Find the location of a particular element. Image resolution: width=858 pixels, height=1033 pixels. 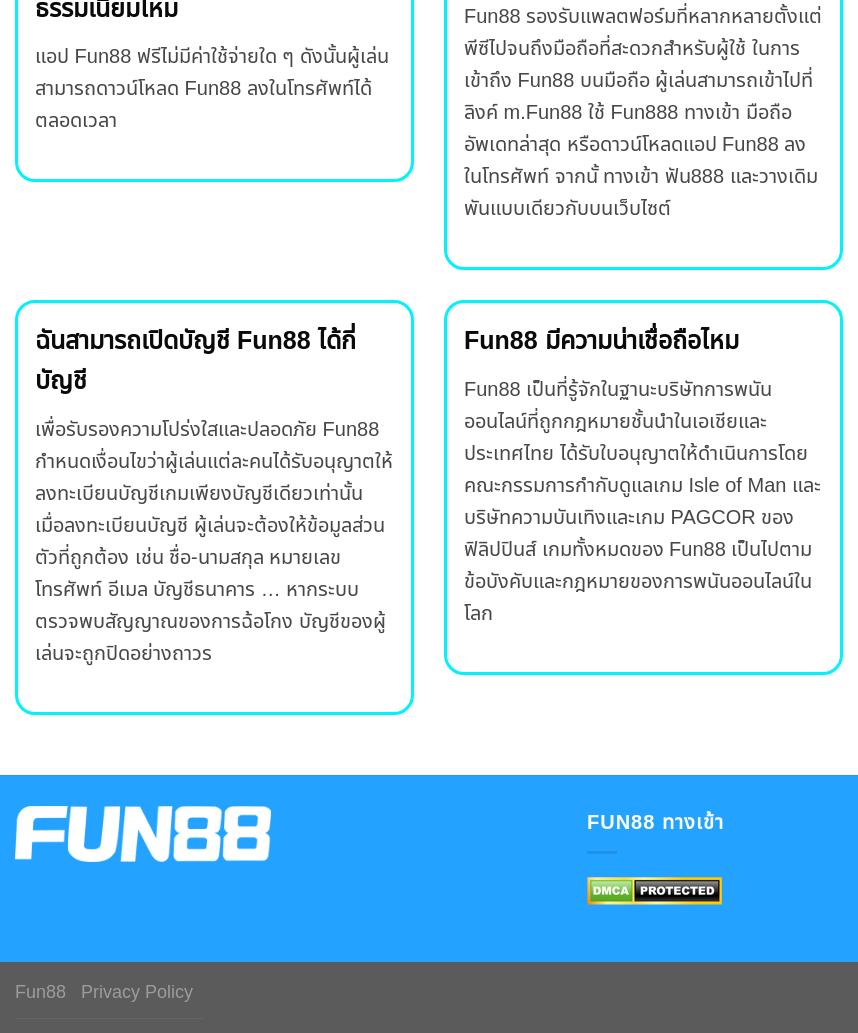

'เพื่อรับรองความโปร่งใสและปลอดภัย Fun88 กำหนดเงื่อนไขว่าผู้เล่นแต่ละคนได้รับอนุญาตให้ลงทะเบียนบัญชีเกมเพียงบัญชีเดียวเท่านั้น เมื่อลงทะเบียนบัญชี ผู้เล่นจะต้องให้ข้อมูลส่วนตัวที่ถูกต้อง เช่น ชื่อ-นามสกุล หมายเลขโทรศัพท์ อีเมล บัญชีธนาคาร … หากระบบตรวจพบสัญญาณของการฉ้อโกง บัญชีของผู้เล่นจะถูกปิดอย่างถาวร' is located at coordinates (213, 538).